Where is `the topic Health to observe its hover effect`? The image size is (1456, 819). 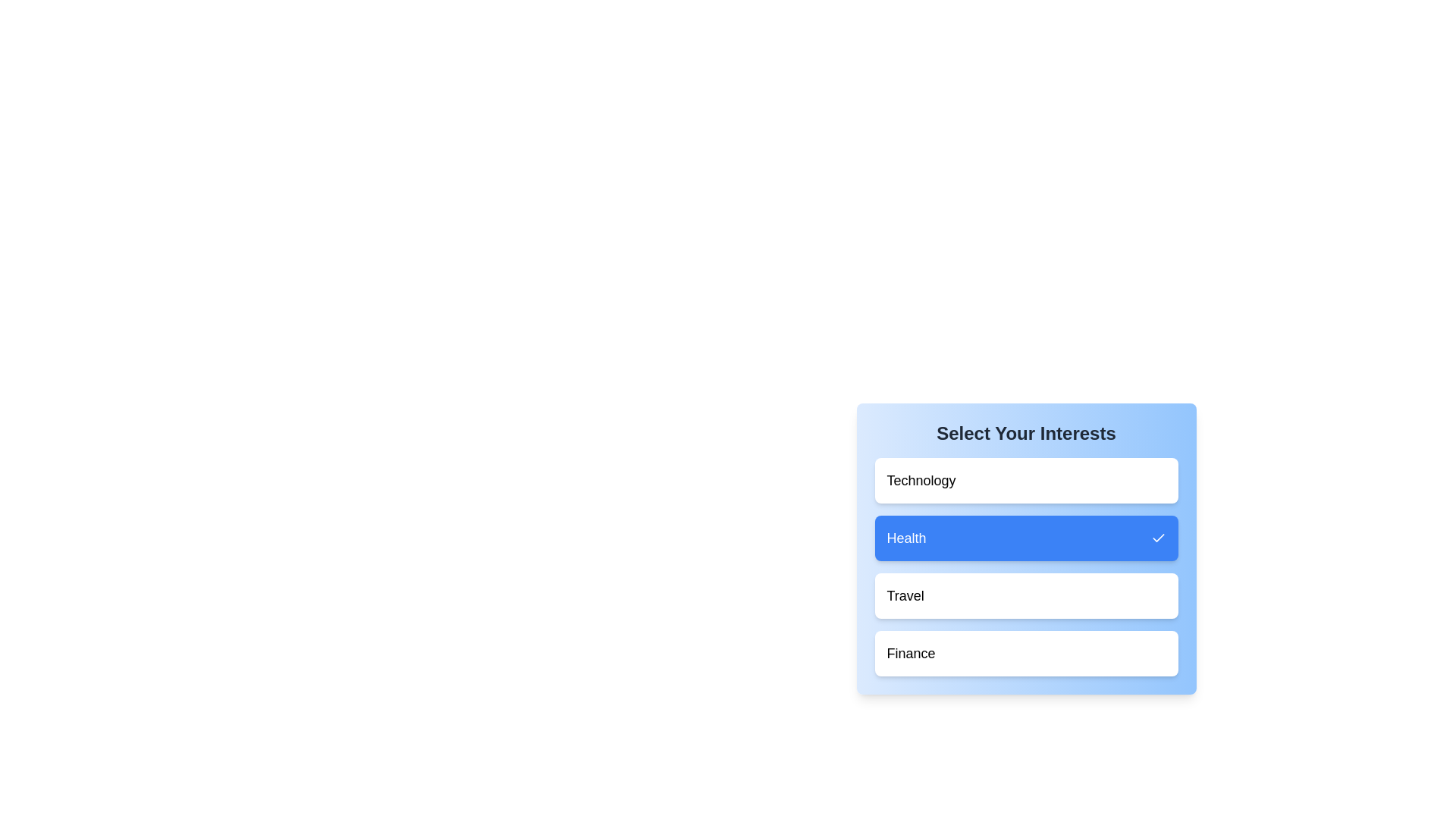
the topic Health to observe its hover effect is located at coordinates (1026, 537).